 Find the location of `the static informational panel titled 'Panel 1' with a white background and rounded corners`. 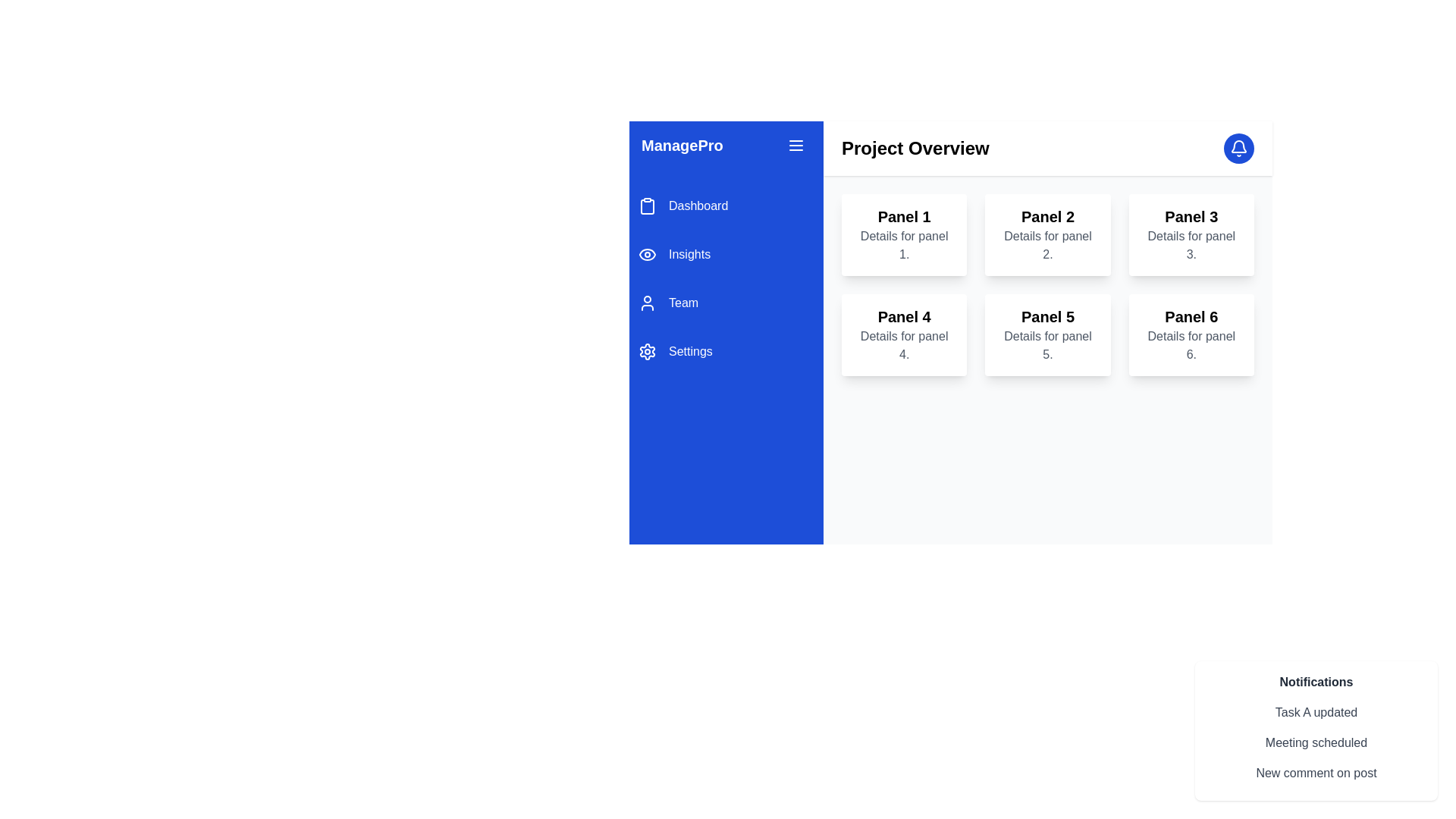

the static informational panel titled 'Panel 1' with a white background and rounded corners is located at coordinates (904, 234).